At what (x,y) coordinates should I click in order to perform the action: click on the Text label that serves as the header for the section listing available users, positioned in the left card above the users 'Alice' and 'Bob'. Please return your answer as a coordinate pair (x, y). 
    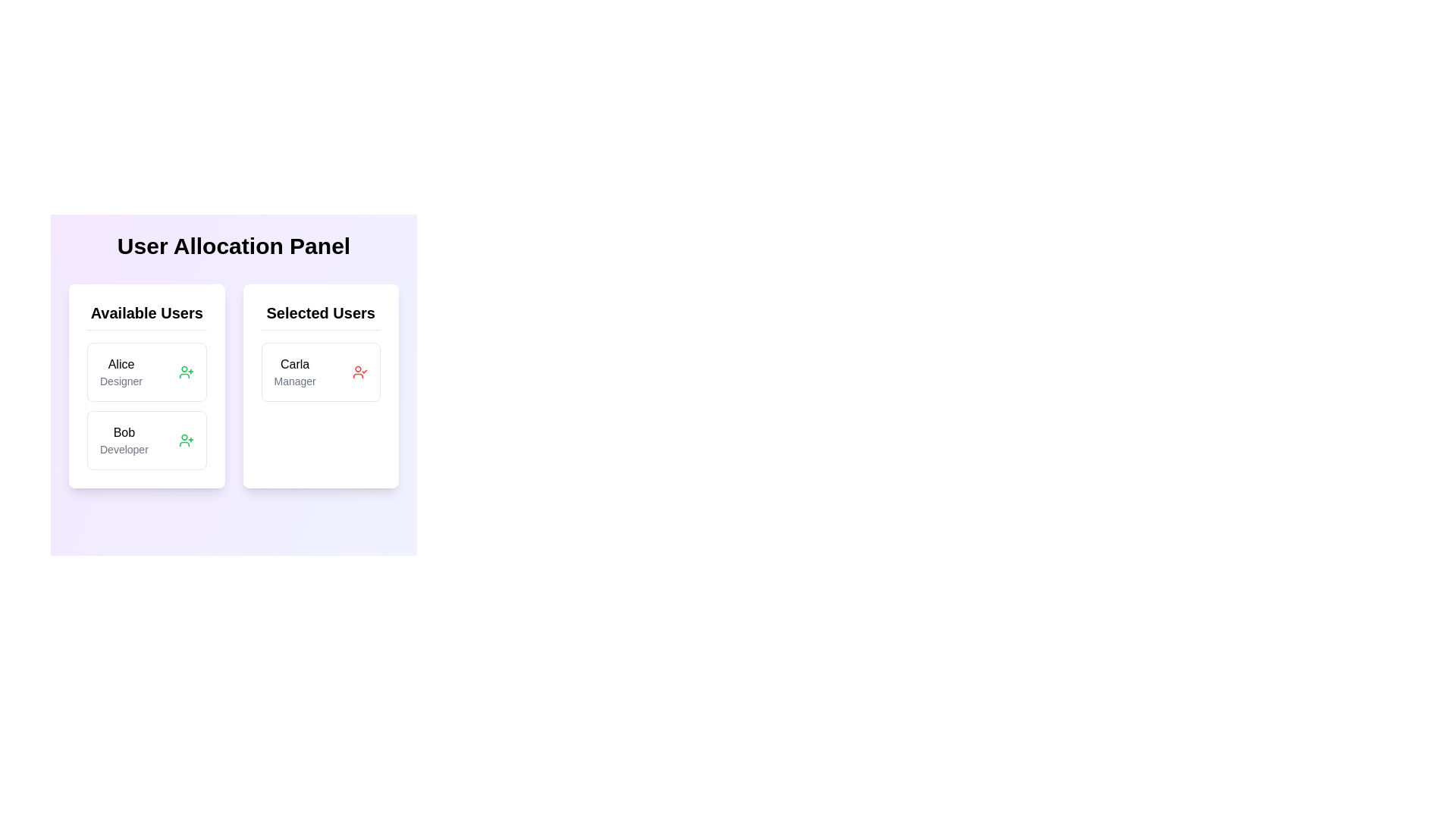
    Looking at the image, I should click on (146, 315).